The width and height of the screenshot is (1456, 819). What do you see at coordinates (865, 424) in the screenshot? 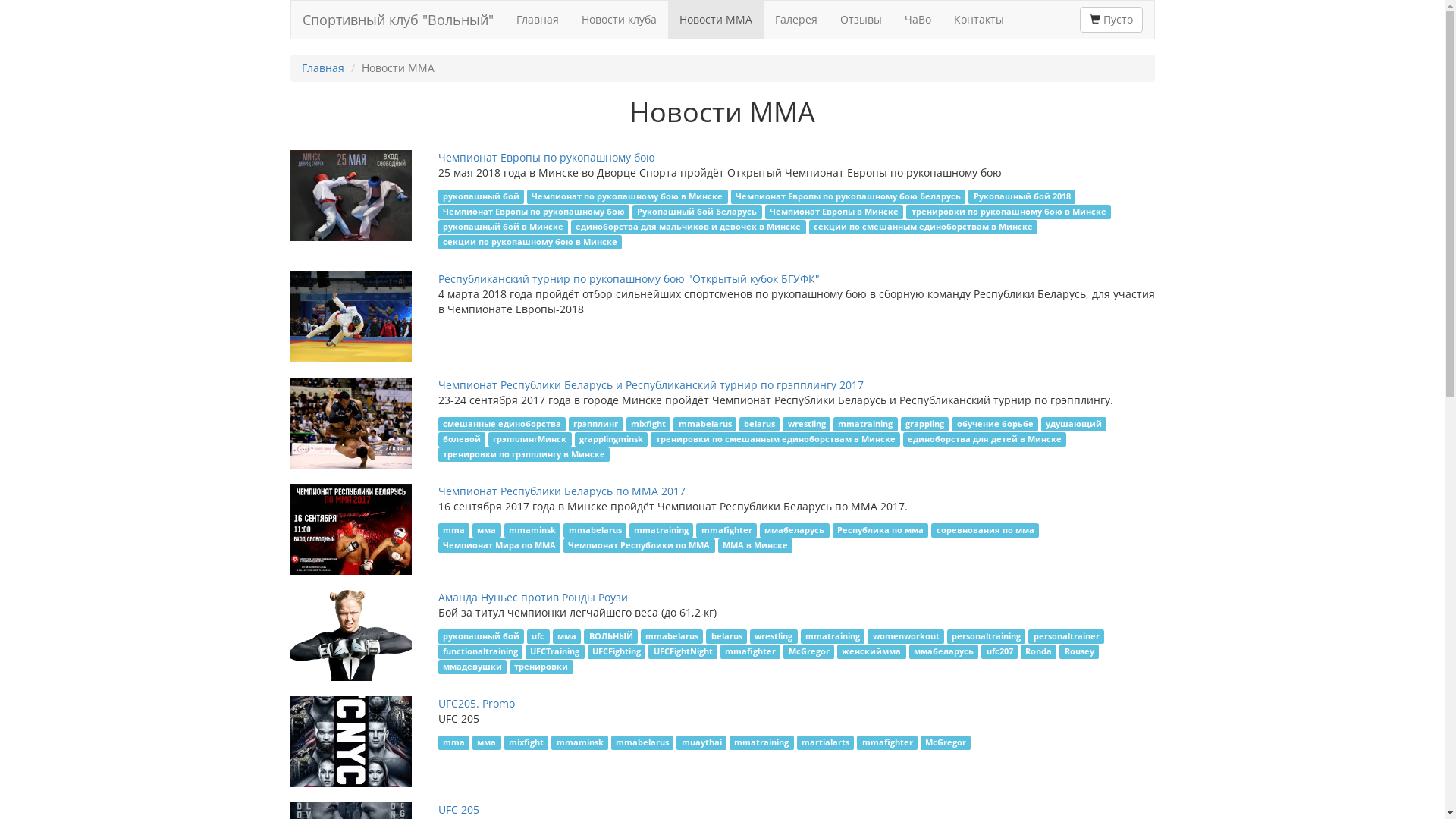
I see `'mmatraining'` at bounding box center [865, 424].